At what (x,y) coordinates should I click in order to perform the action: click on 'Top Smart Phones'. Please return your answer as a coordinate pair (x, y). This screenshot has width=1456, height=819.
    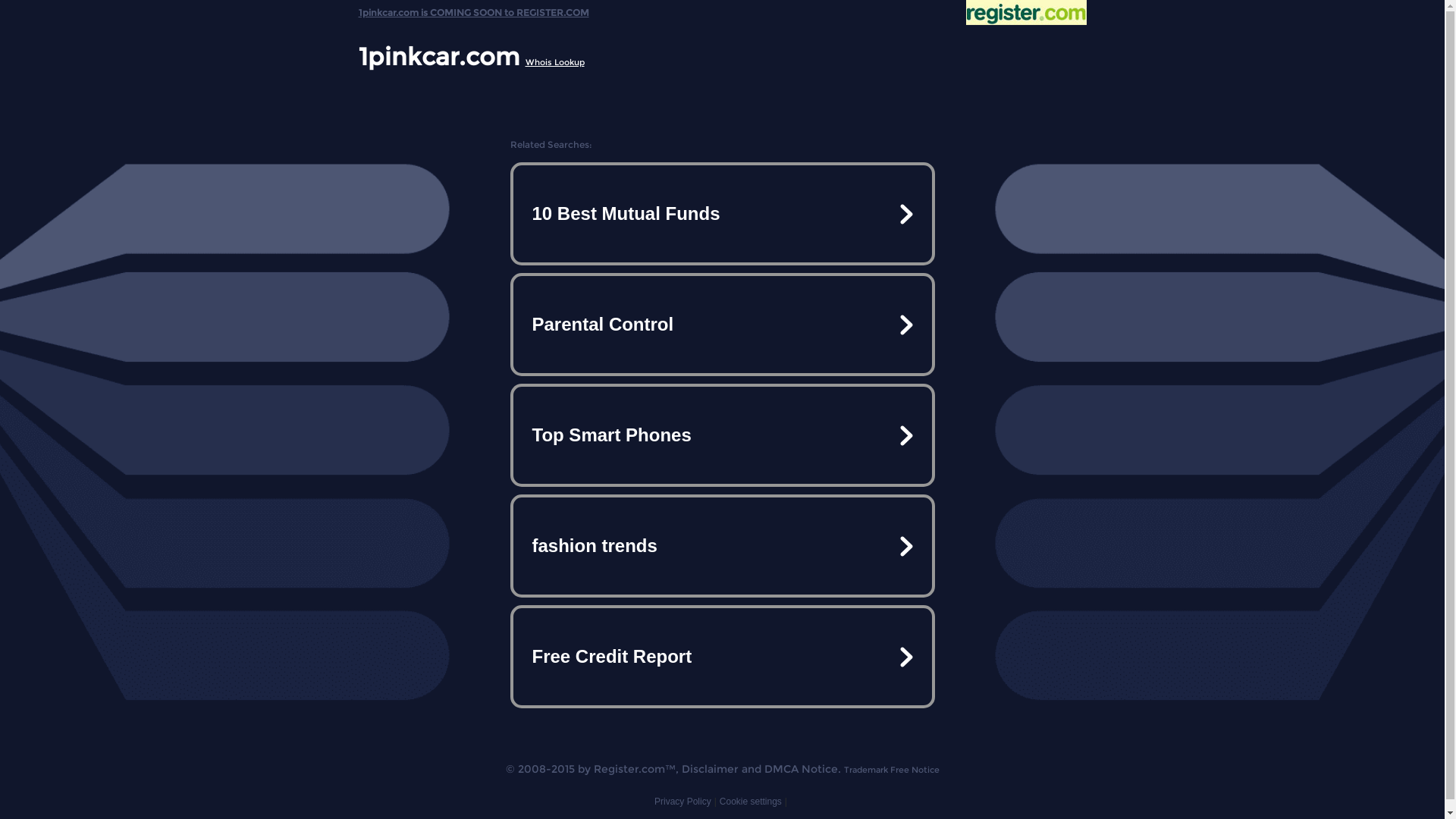
    Looking at the image, I should click on (720, 435).